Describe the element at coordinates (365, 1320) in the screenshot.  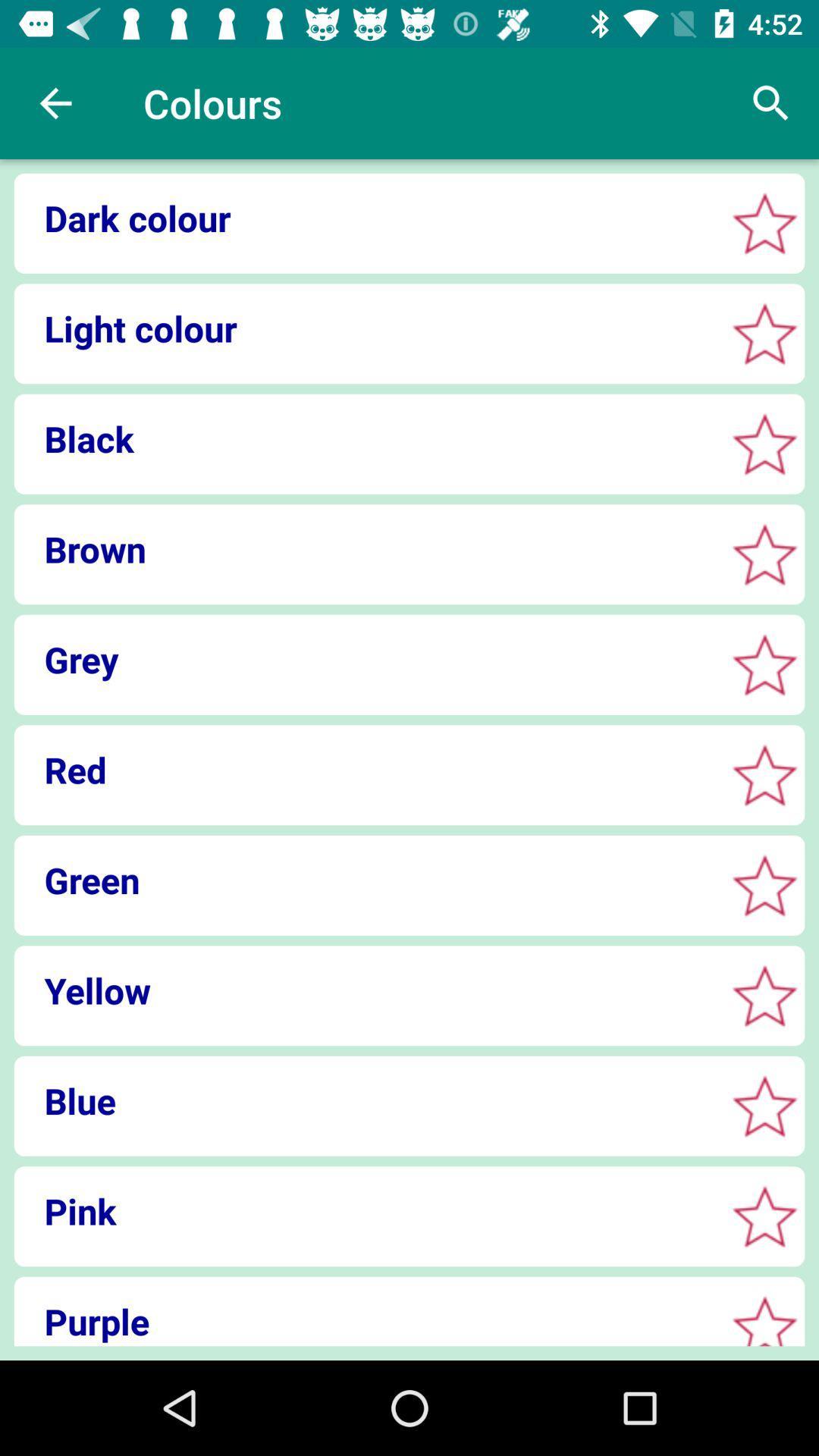
I see `item below pink item` at that location.